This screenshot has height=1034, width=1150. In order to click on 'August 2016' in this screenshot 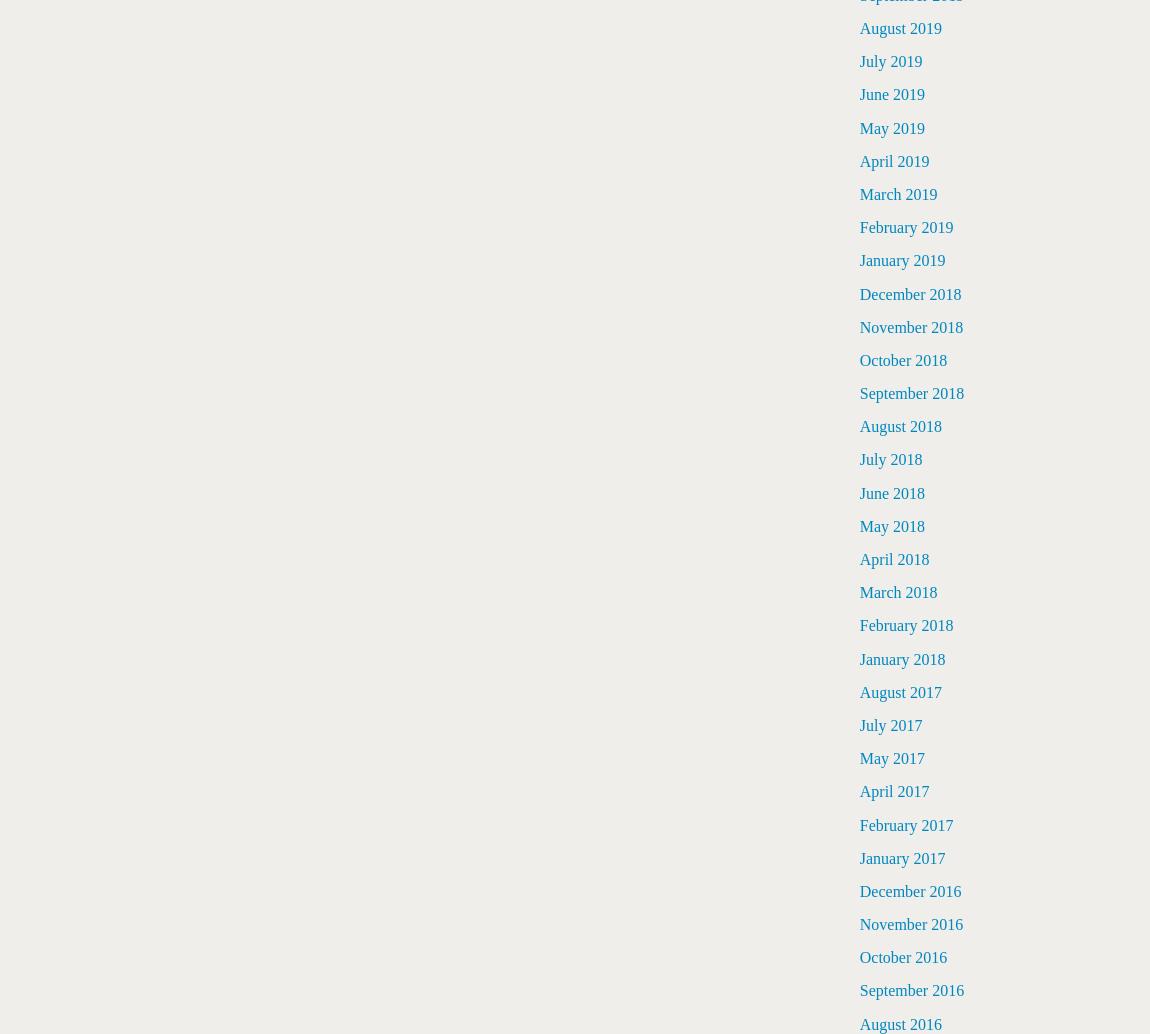, I will do `click(900, 1022)`.